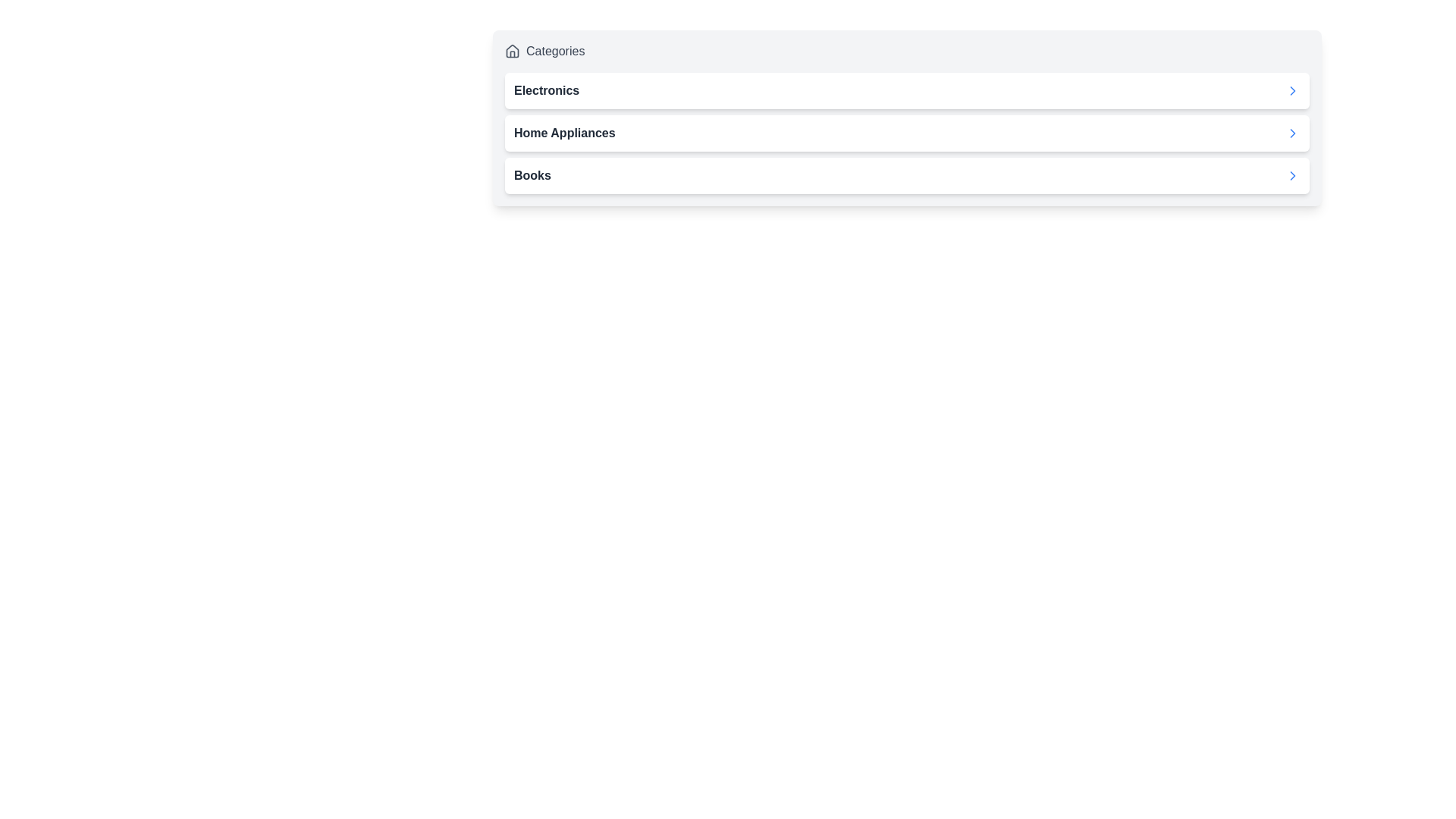 This screenshot has height=819, width=1456. Describe the element at coordinates (1291, 174) in the screenshot. I see `the blue right-facing chevron arrow icon located in the bottom-right corner of the 'Books' category row` at that location.